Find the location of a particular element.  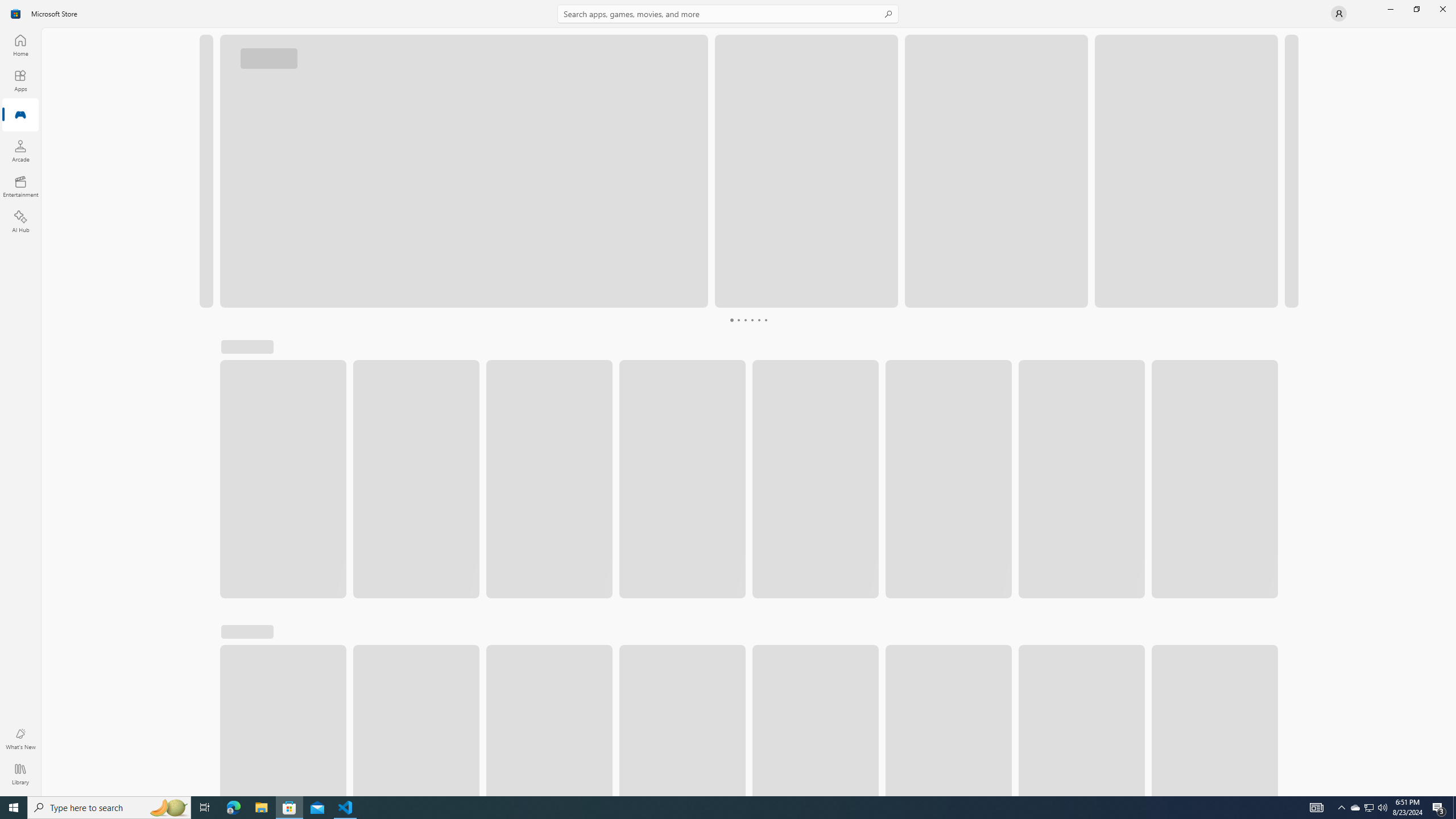

'Entertainment' is located at coordinates (19, 185).